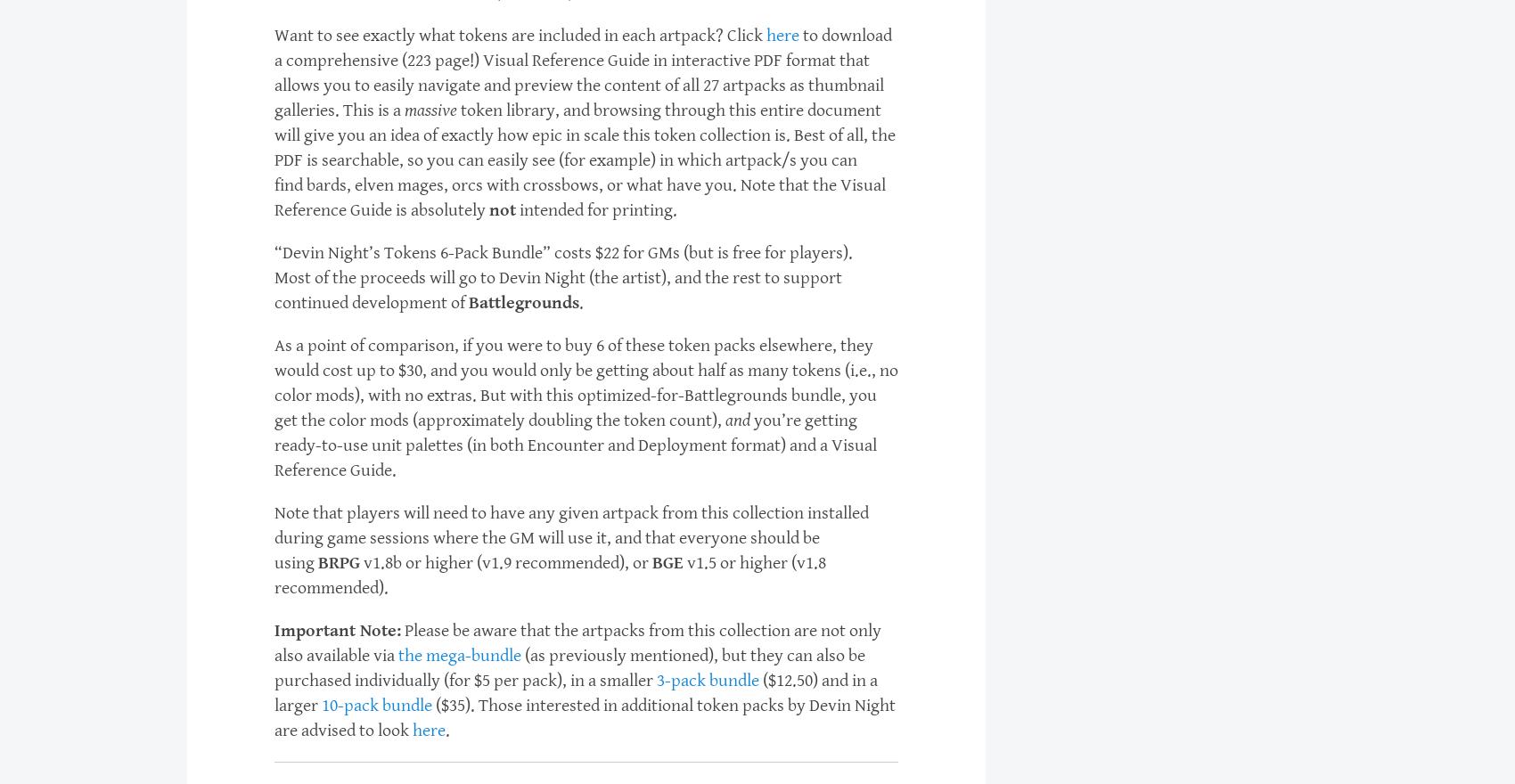 The image size is (1515, 784). Describe the element at coordinates (586, 383) in the screenshot. I see `'As a point of comparison, if you were to buy 6 of these token packs elsewhere, they would cost up to $30, and you would only be getting about half as many tokens (i.e., no color mods), with no extras. But with this optimized-for-Battlegrounds bundle, you get the color mods (approximately doubling the token count),'` at that location.